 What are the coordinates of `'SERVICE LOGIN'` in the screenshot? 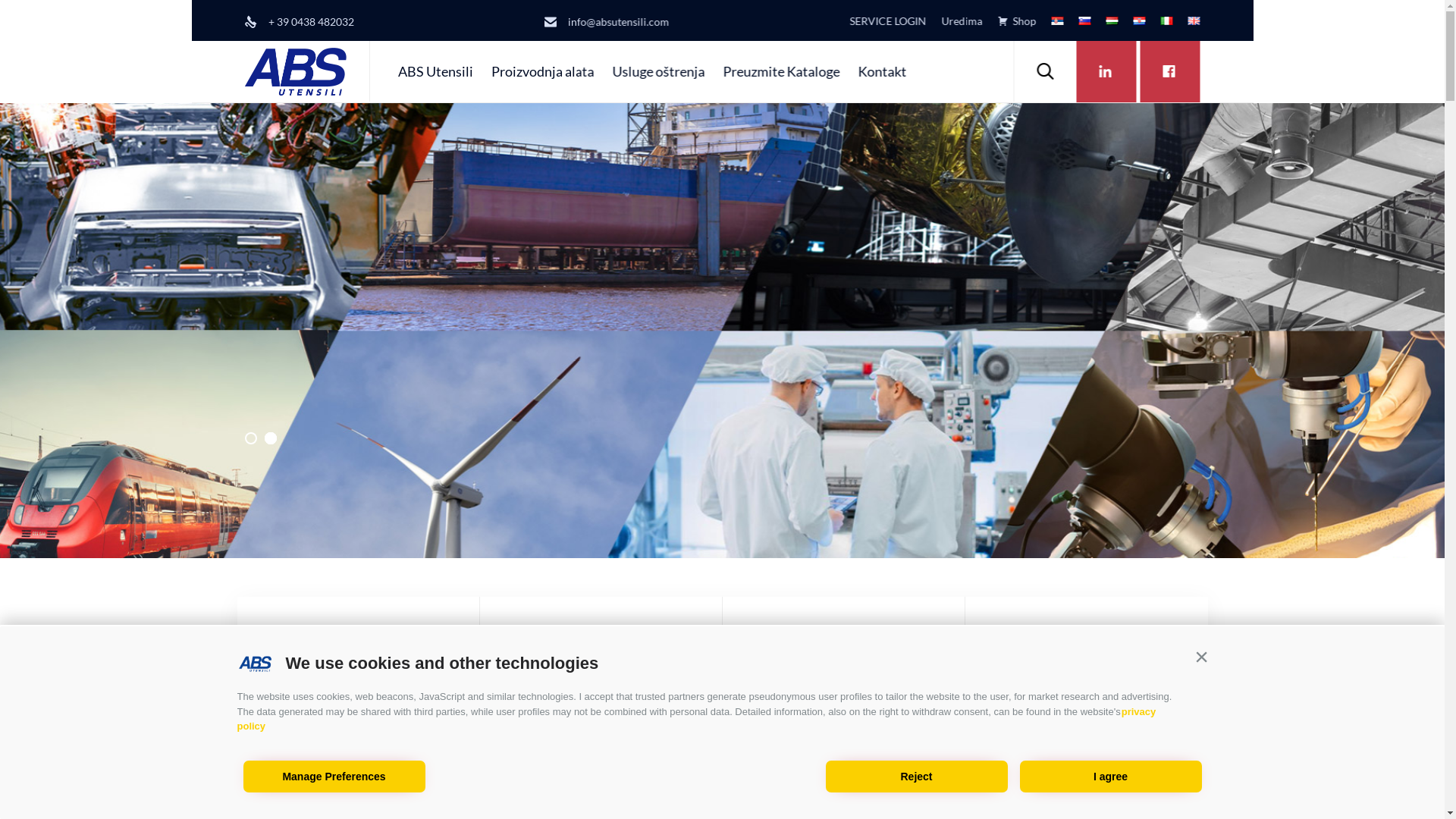 It's located at (833, 20).